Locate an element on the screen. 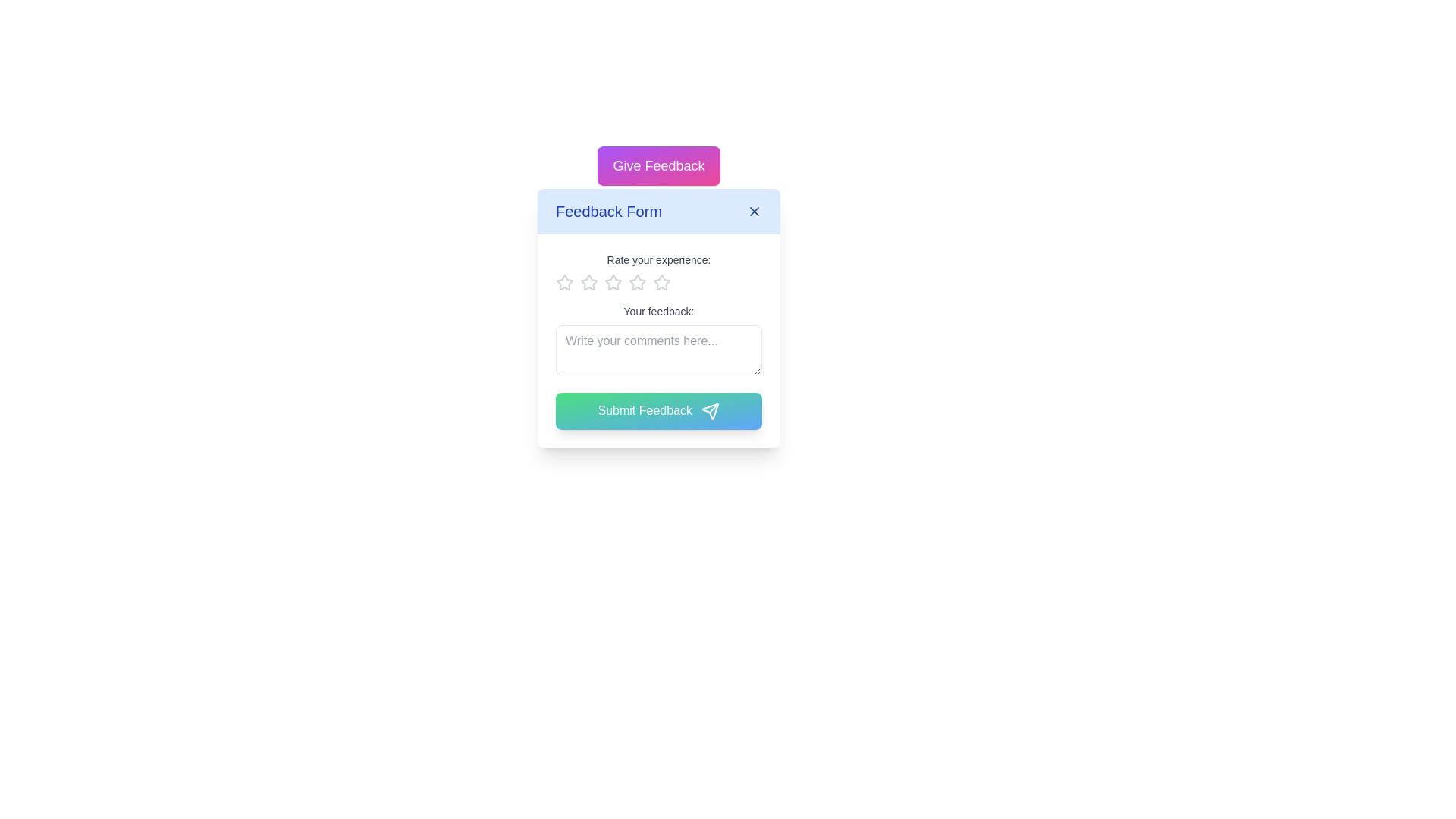  the close button in the top-right corner of the feedback form's header is located at coordinates (754, 211).